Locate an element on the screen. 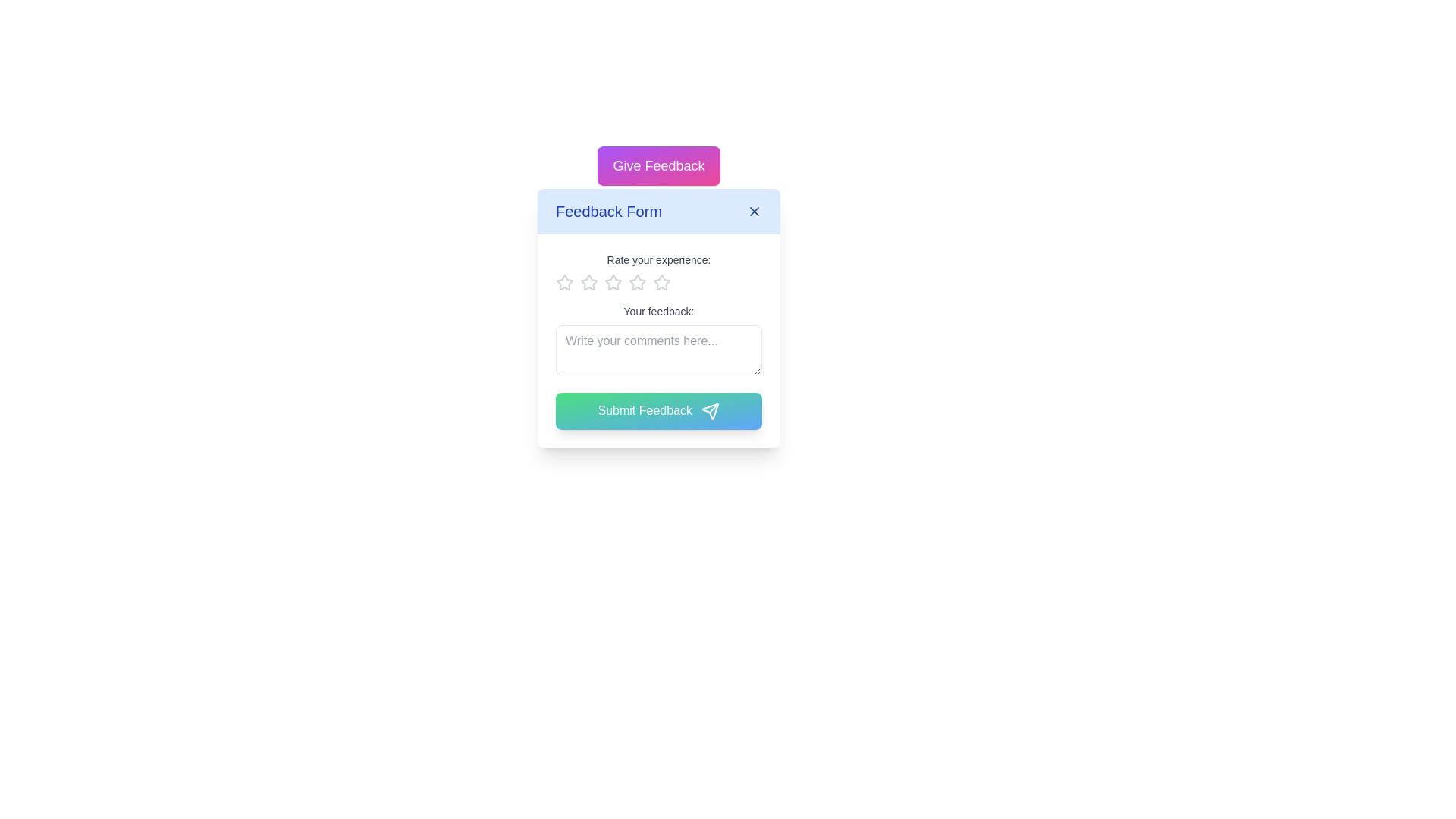  the close button in the top-right corner of the feedback form's header is located at coordinates (754, 211).